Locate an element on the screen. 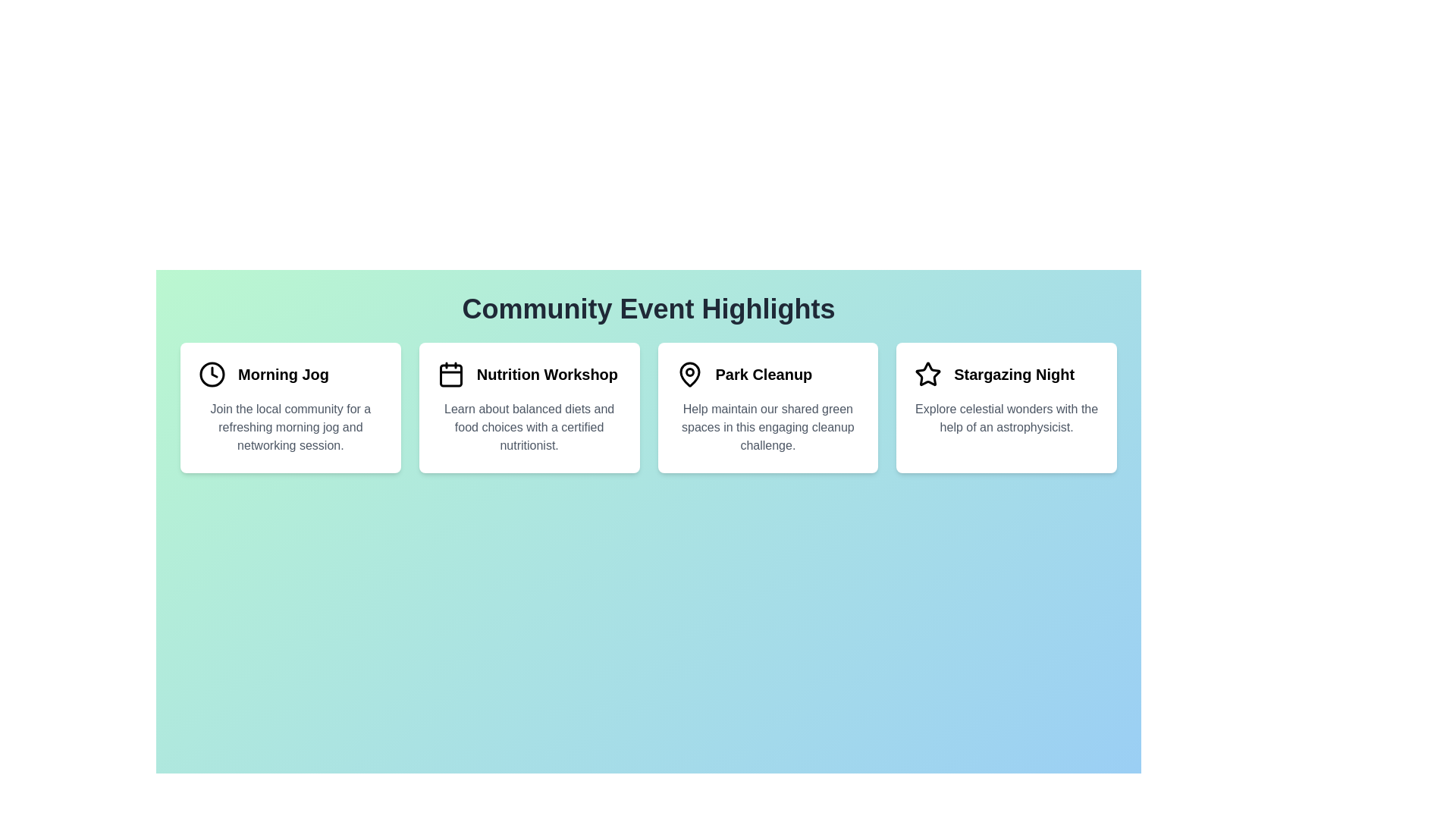 The image size is (1456, 819). the clock icon element that is part of the 'Morning Jog' item card, located at the leftmost side above the text label is located at coordinates (211, 374).